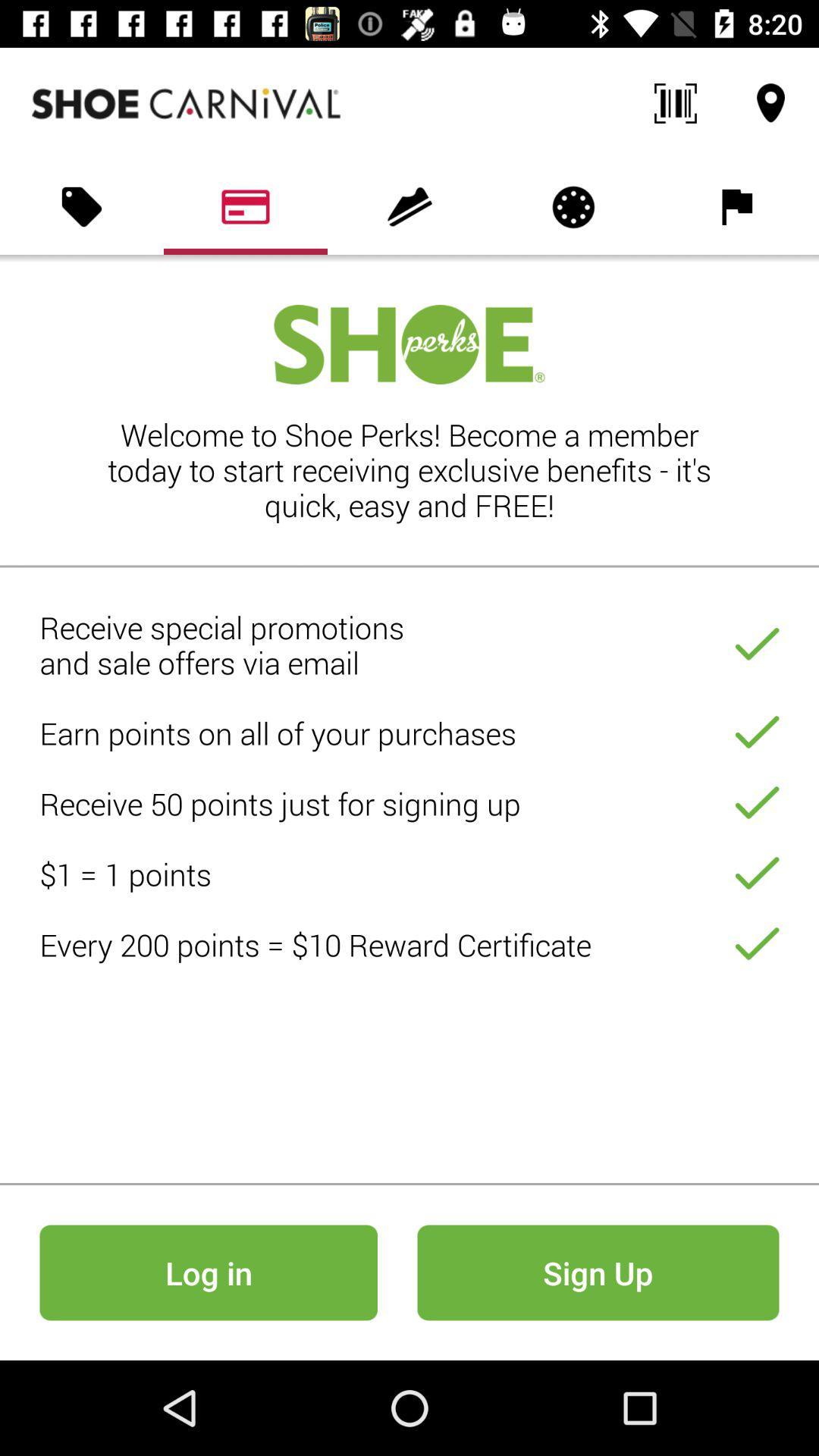  What do you see at coordinates (573, 206) in the screenshot?
I see `icon before flag icon below qr code icon` at bounding box center [573, 206].